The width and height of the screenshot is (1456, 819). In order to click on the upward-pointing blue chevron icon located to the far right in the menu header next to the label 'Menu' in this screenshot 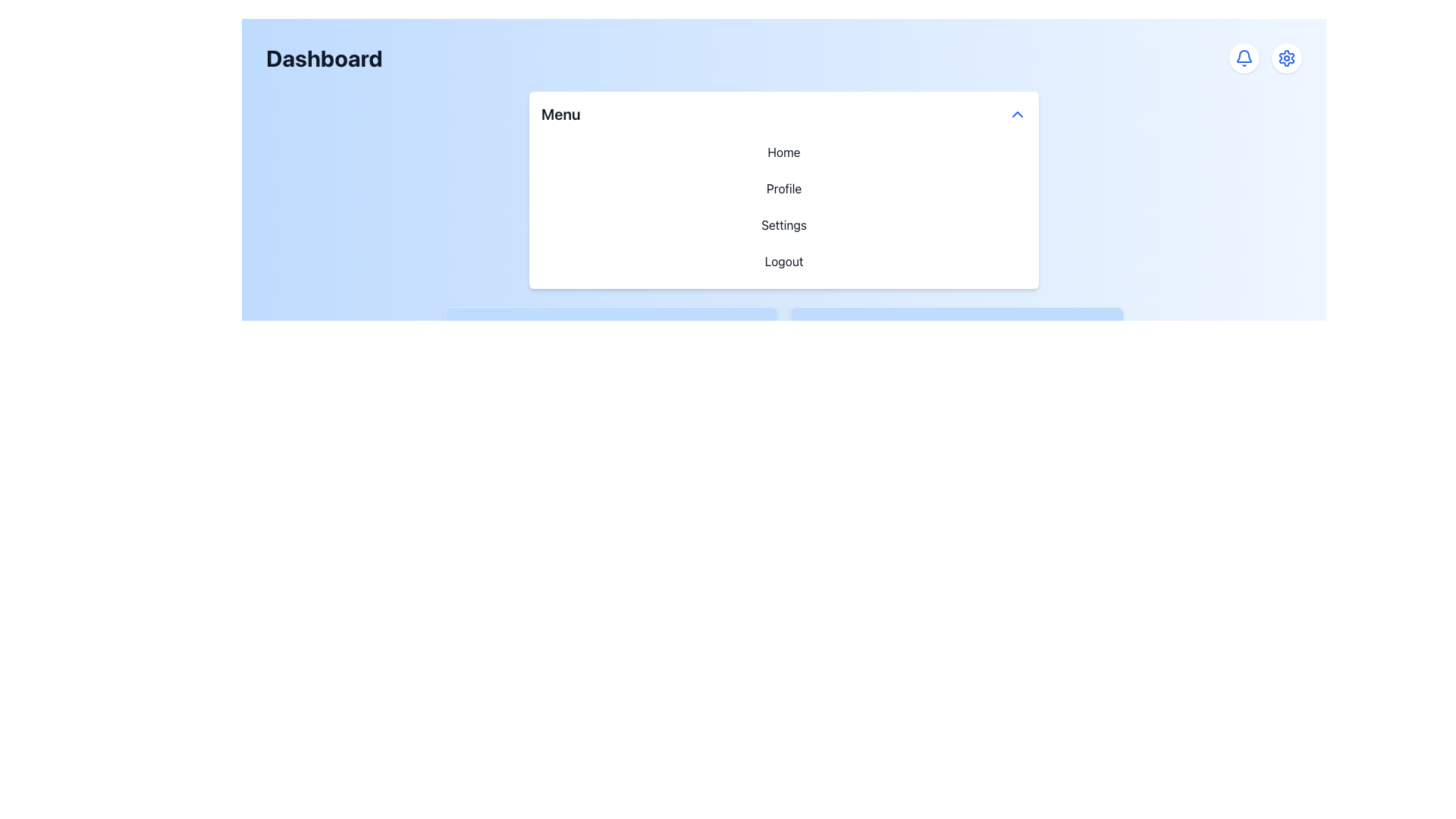, I will do `click(1018, 113)`.